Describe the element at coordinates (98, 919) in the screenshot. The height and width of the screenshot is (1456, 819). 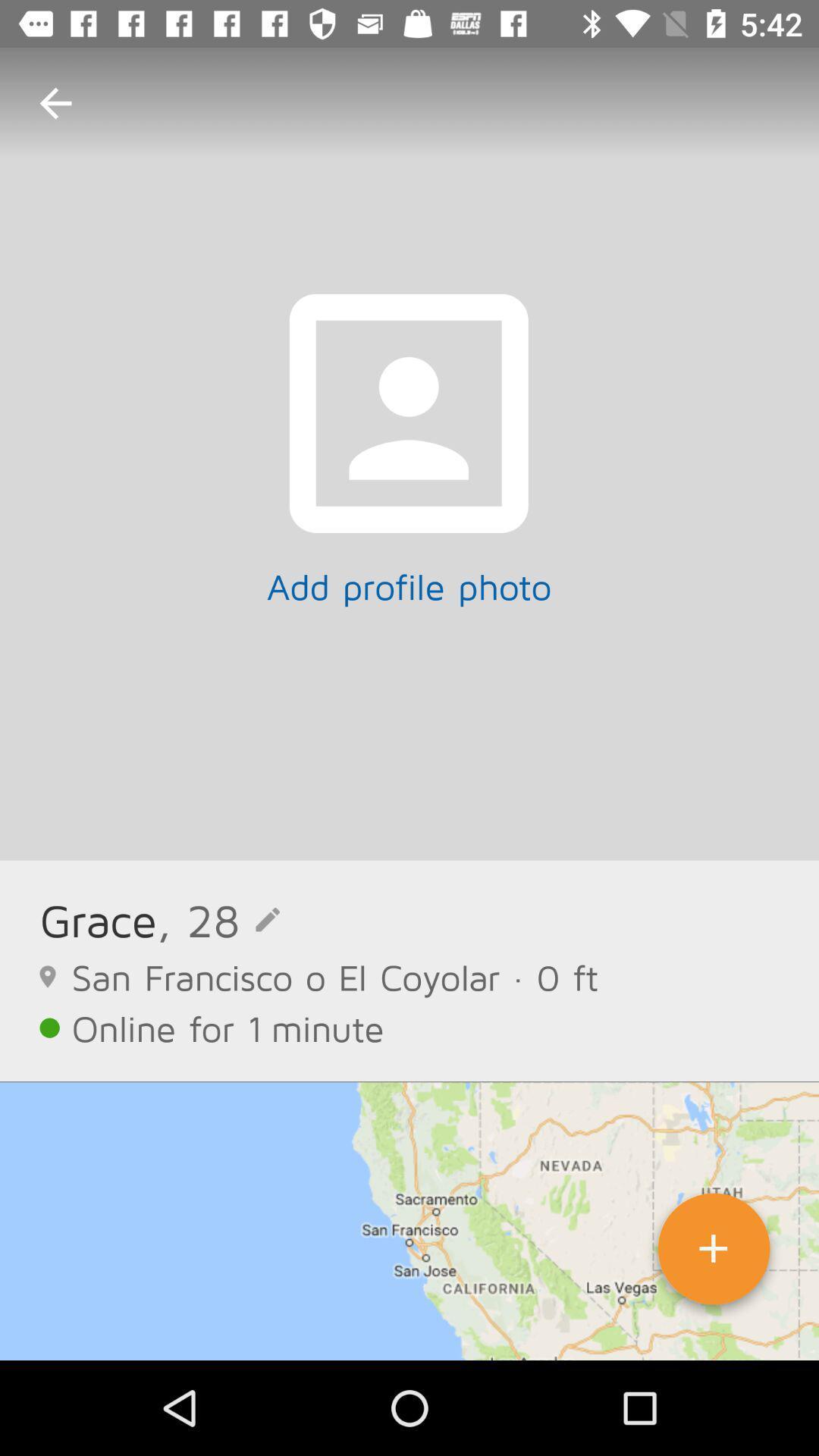
I see `grace icon` at that location.